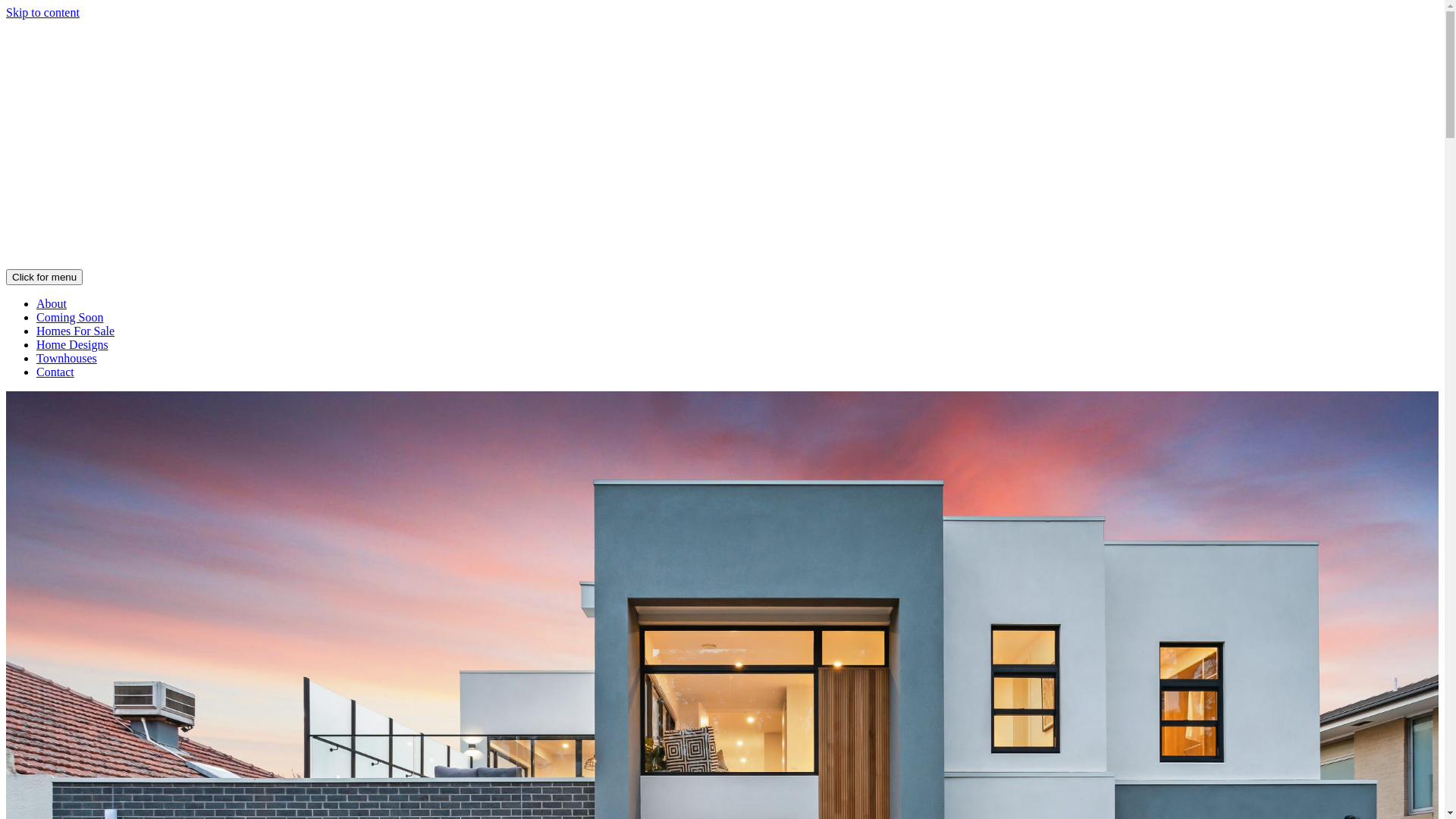 This screenshot has height=819, width=1456. What do you see at coordinates (51, 303) in the screenshot?
I see `'About'` at bounding box center [51, 303].